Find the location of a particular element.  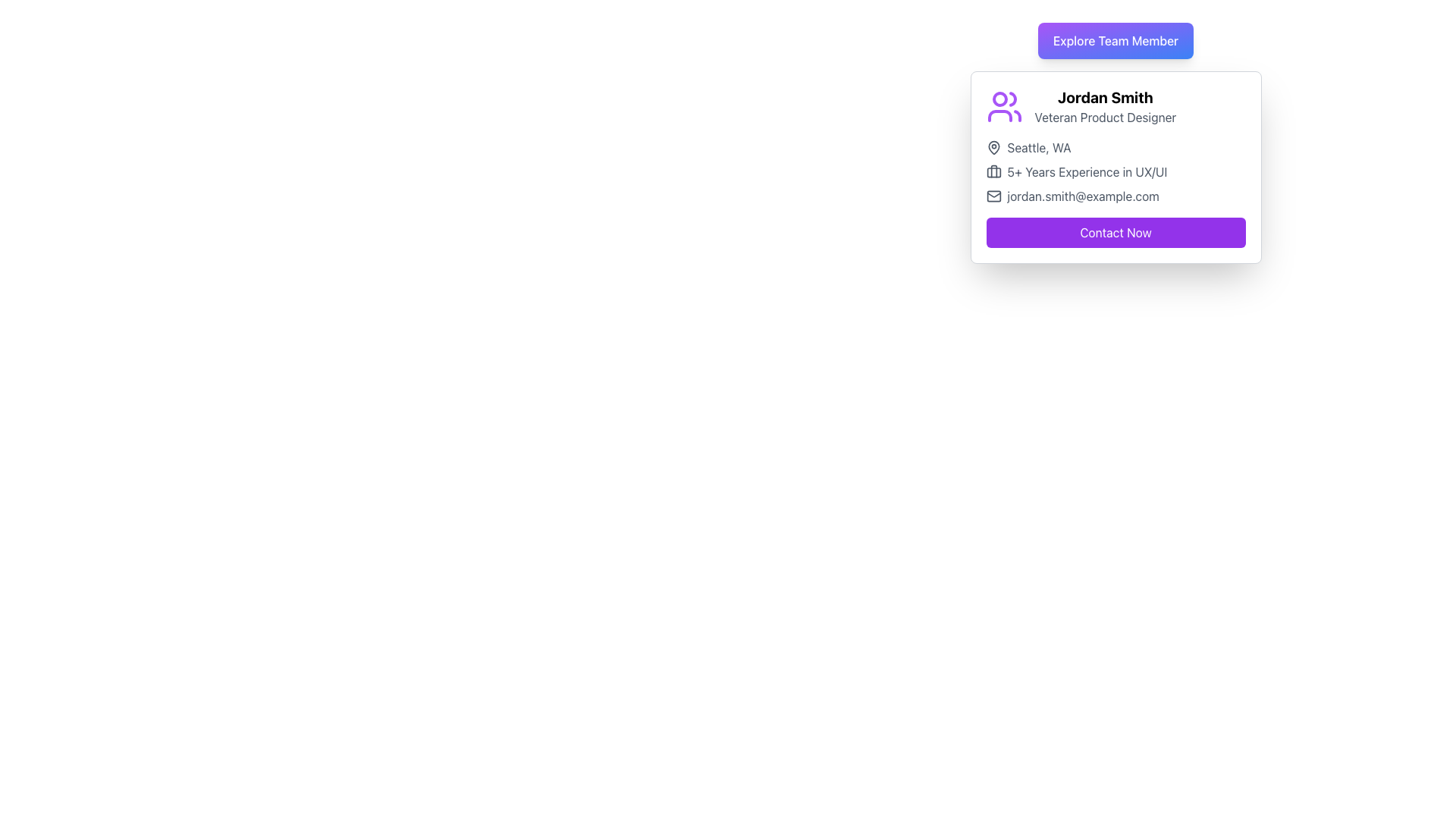

the call-to-action button located at the bottom of the profile card is located at coordinates (1116, 233).